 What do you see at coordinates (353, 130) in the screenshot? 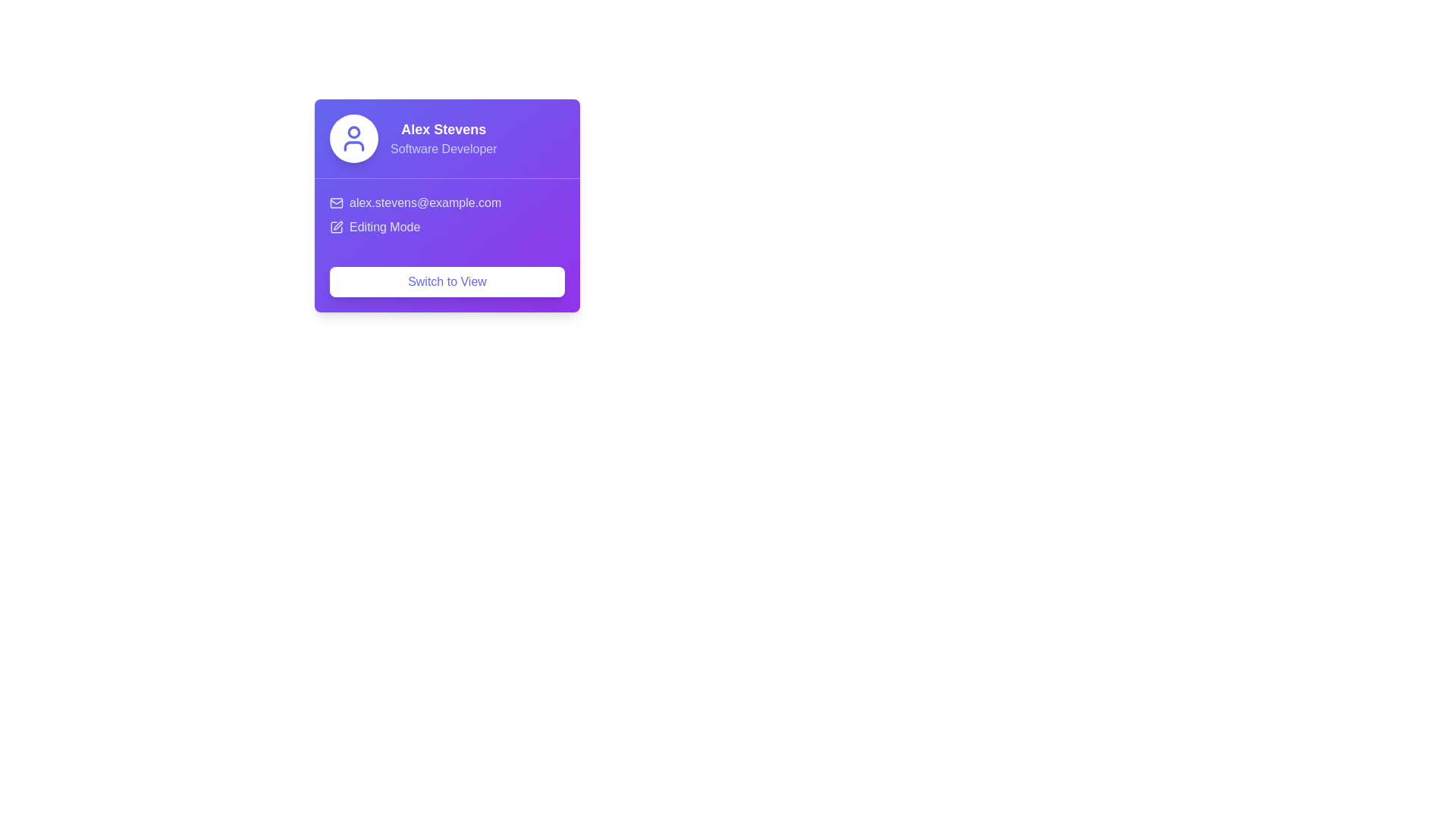
I see `the SVG circle representing the user's head in the avatar icon located at the top-left segment of the card` at bounding box center [353, 130].